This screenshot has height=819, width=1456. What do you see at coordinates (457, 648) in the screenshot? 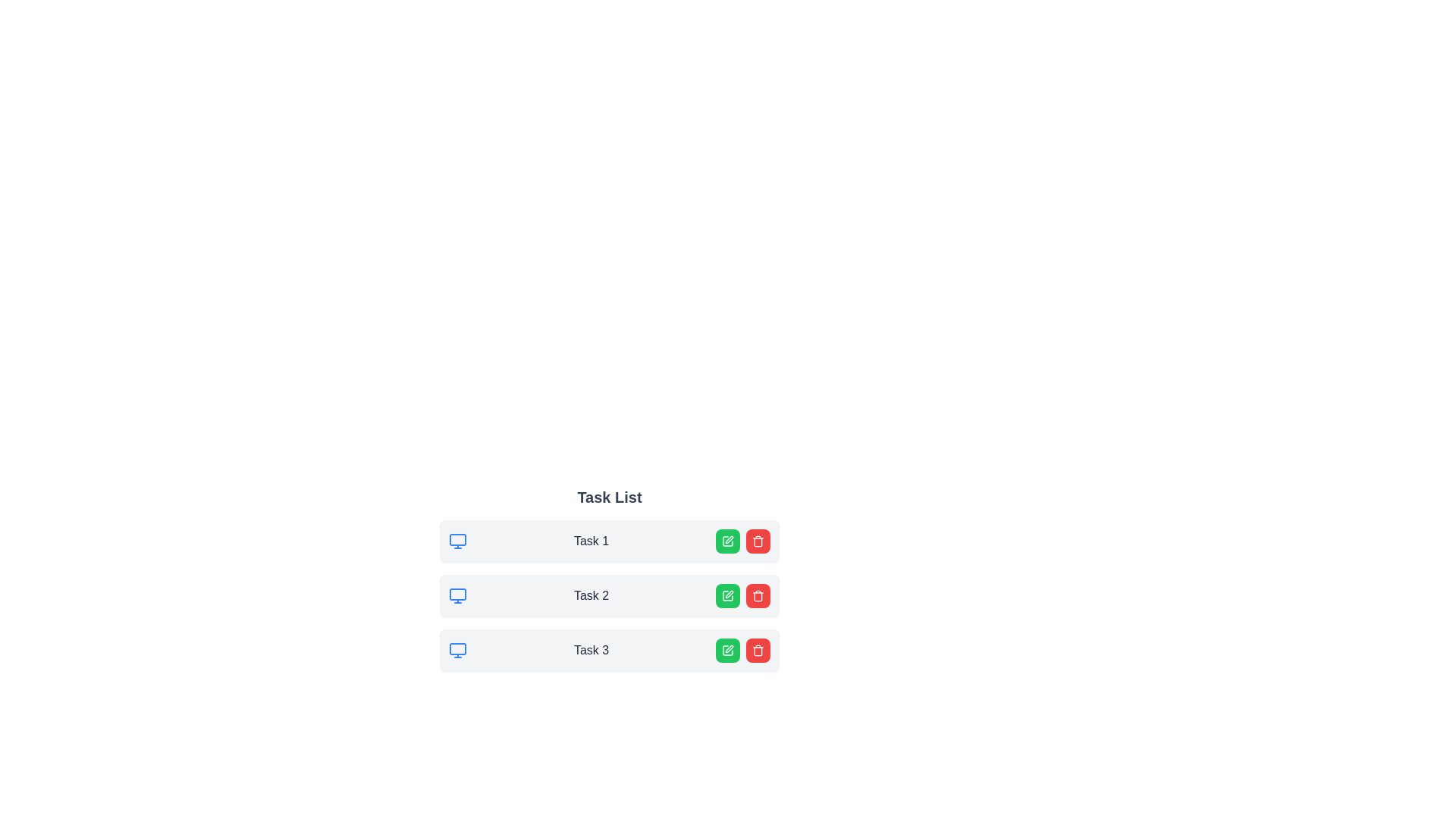
I see `the SVG Rectangular Element styled as part of a computer monitor icon in the task list corresponding to Task 3` at bounding box center [457, 648].